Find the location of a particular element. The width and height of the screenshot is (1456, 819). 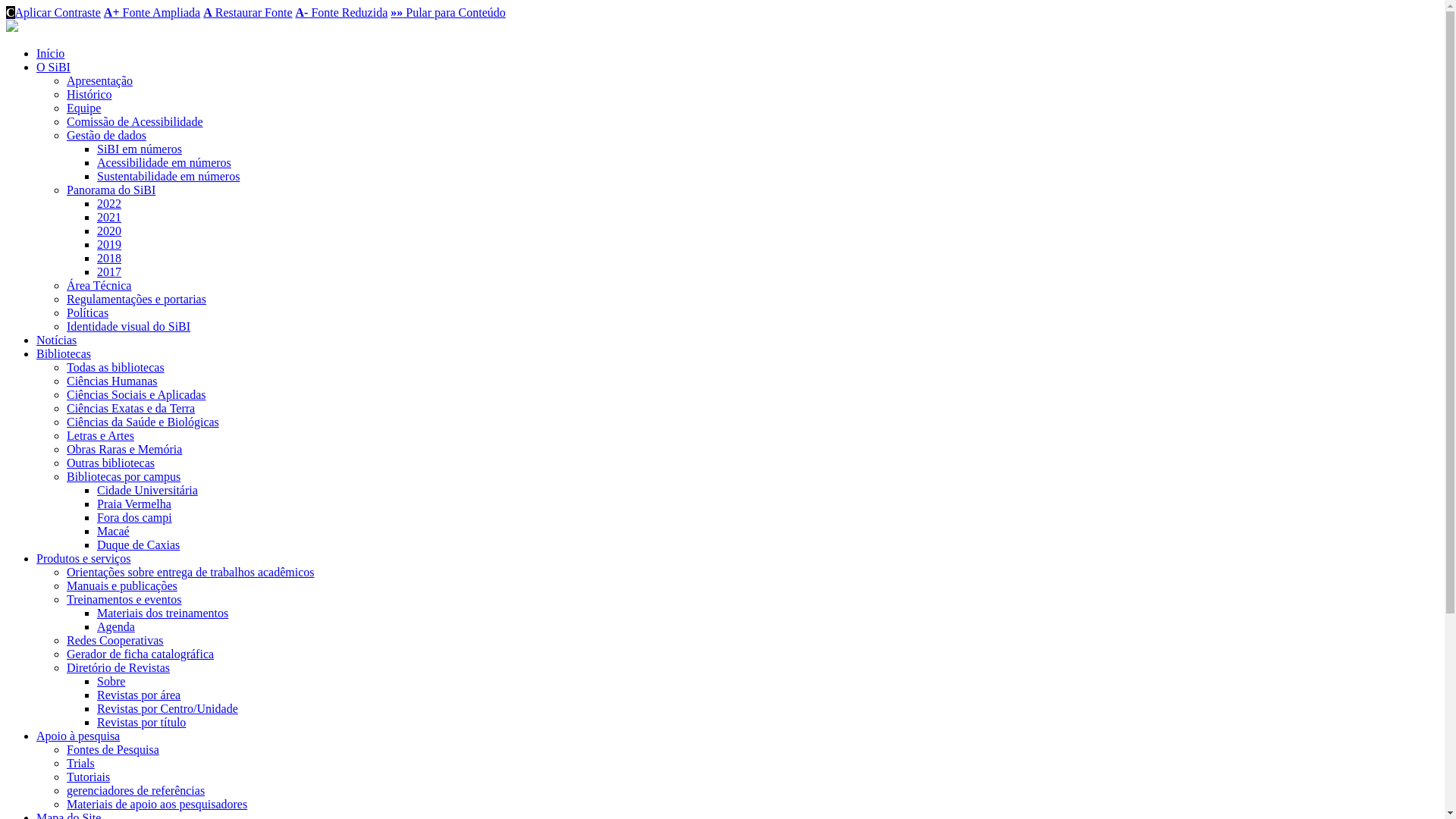

'A+ Fonte Ampliada' is located at coordinates (152, 12).